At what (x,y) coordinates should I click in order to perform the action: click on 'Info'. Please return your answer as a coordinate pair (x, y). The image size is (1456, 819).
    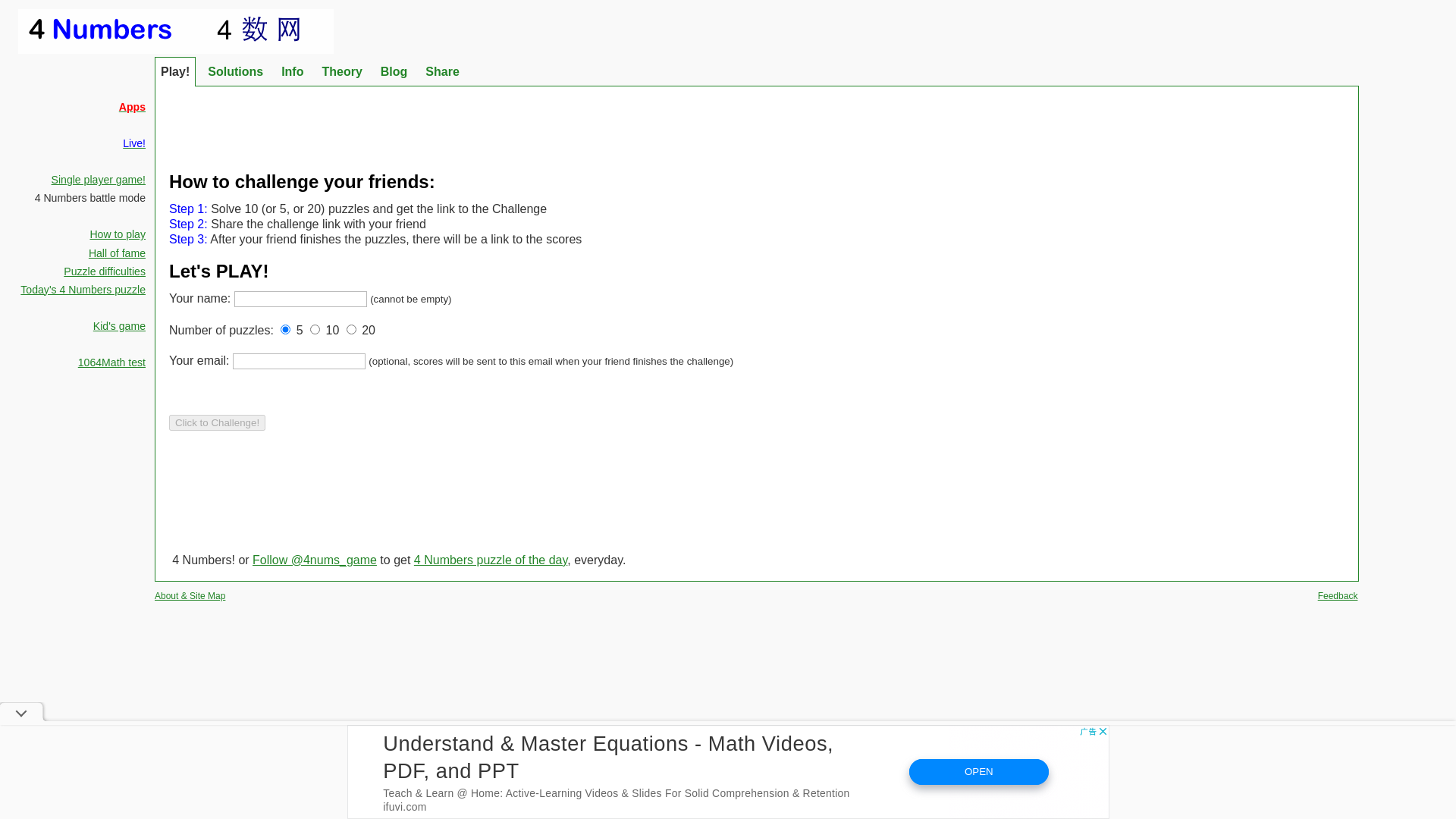
    Looking at the image, I should click on (292, 72).